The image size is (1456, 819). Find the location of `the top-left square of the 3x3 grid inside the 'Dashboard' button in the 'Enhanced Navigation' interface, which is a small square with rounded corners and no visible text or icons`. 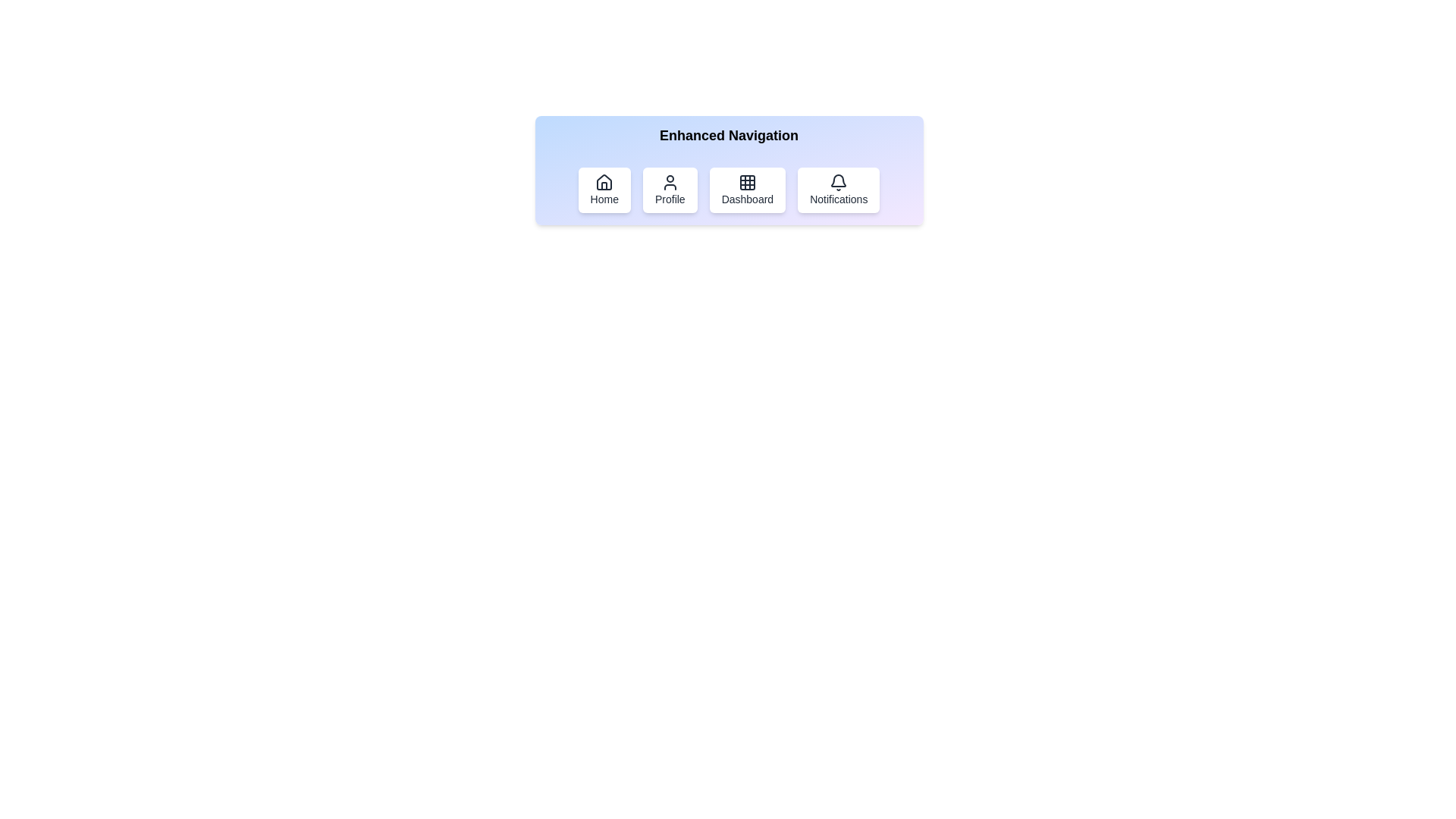

the top-left square of the 3x3 grid inside the 'Dashboard' button in the 'Enhanced Navigation' interface, which is a small square with rounded corners and no visible text or icons is located at coordinates (747, 181).